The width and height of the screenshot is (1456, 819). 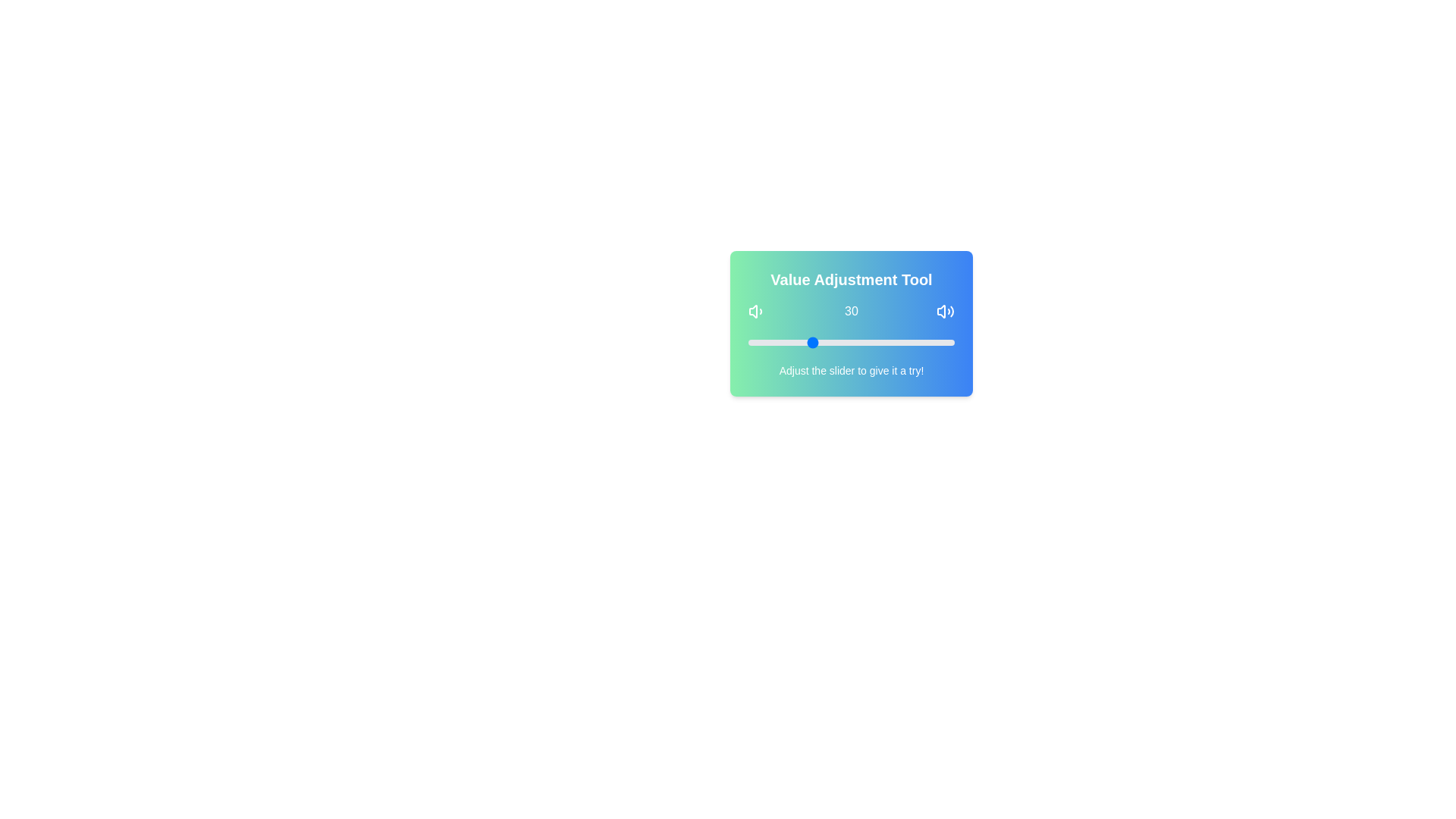 What do you see at coordinates (884, 342) in the screenshot?
I see `the slider` at bounding box center [884, 342].